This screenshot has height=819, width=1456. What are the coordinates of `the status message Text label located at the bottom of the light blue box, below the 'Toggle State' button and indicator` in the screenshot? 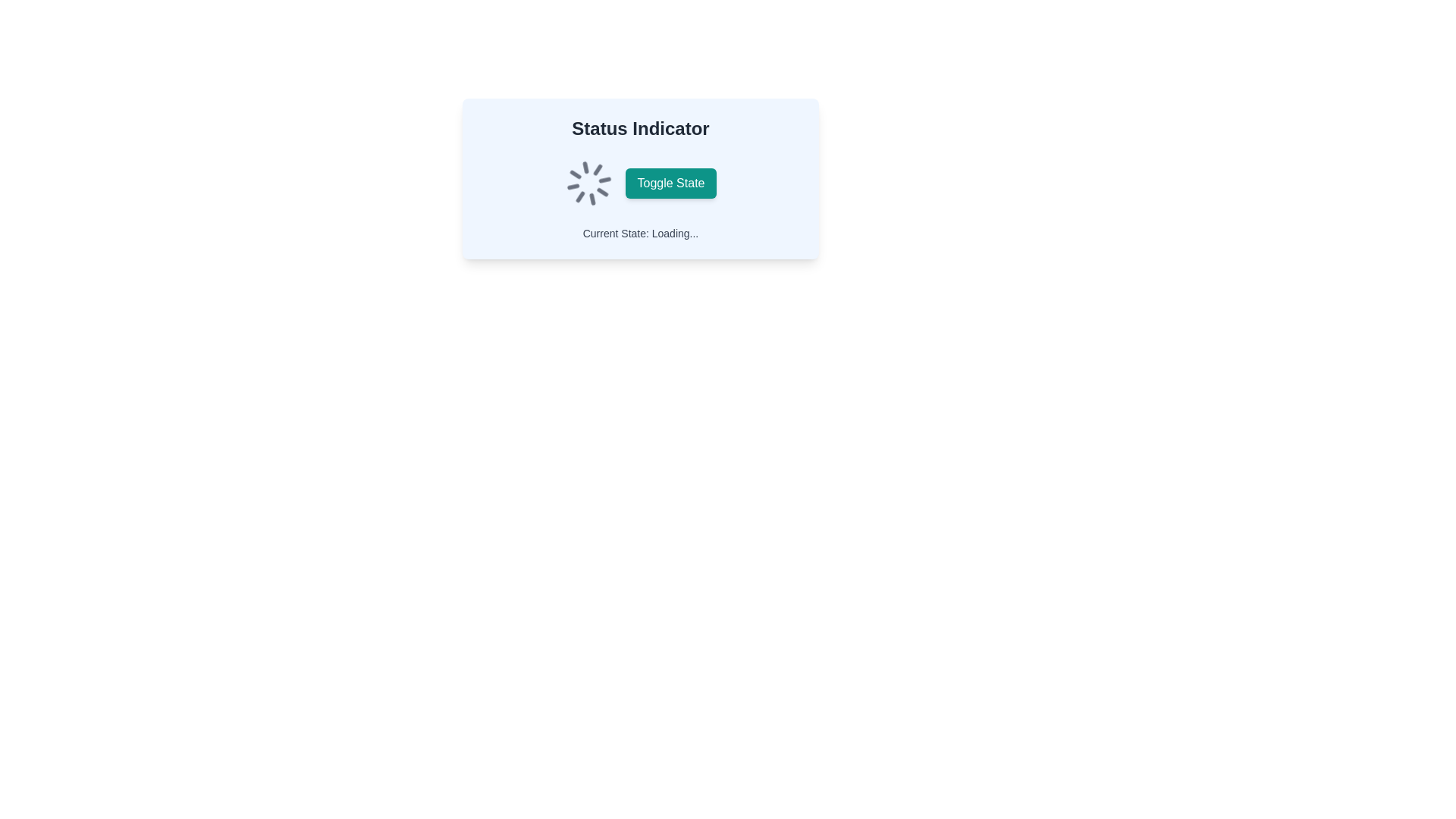 It's located at (640, 234).